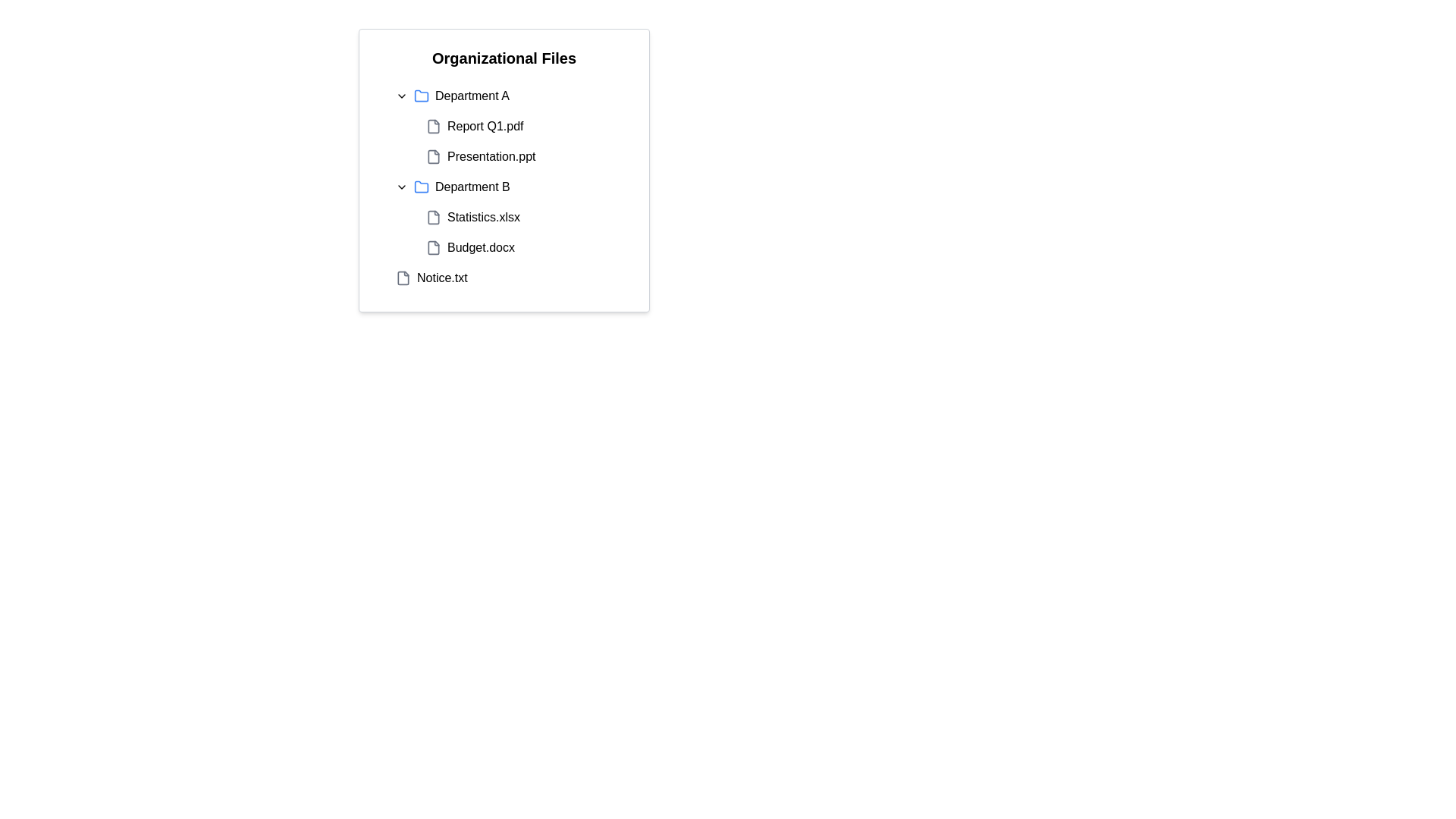 The image size is (1456, 819). Describe the element at coordinates (480, 247) in the screenshot. I see `the text label displaying 'Budget.docx'` at that location.